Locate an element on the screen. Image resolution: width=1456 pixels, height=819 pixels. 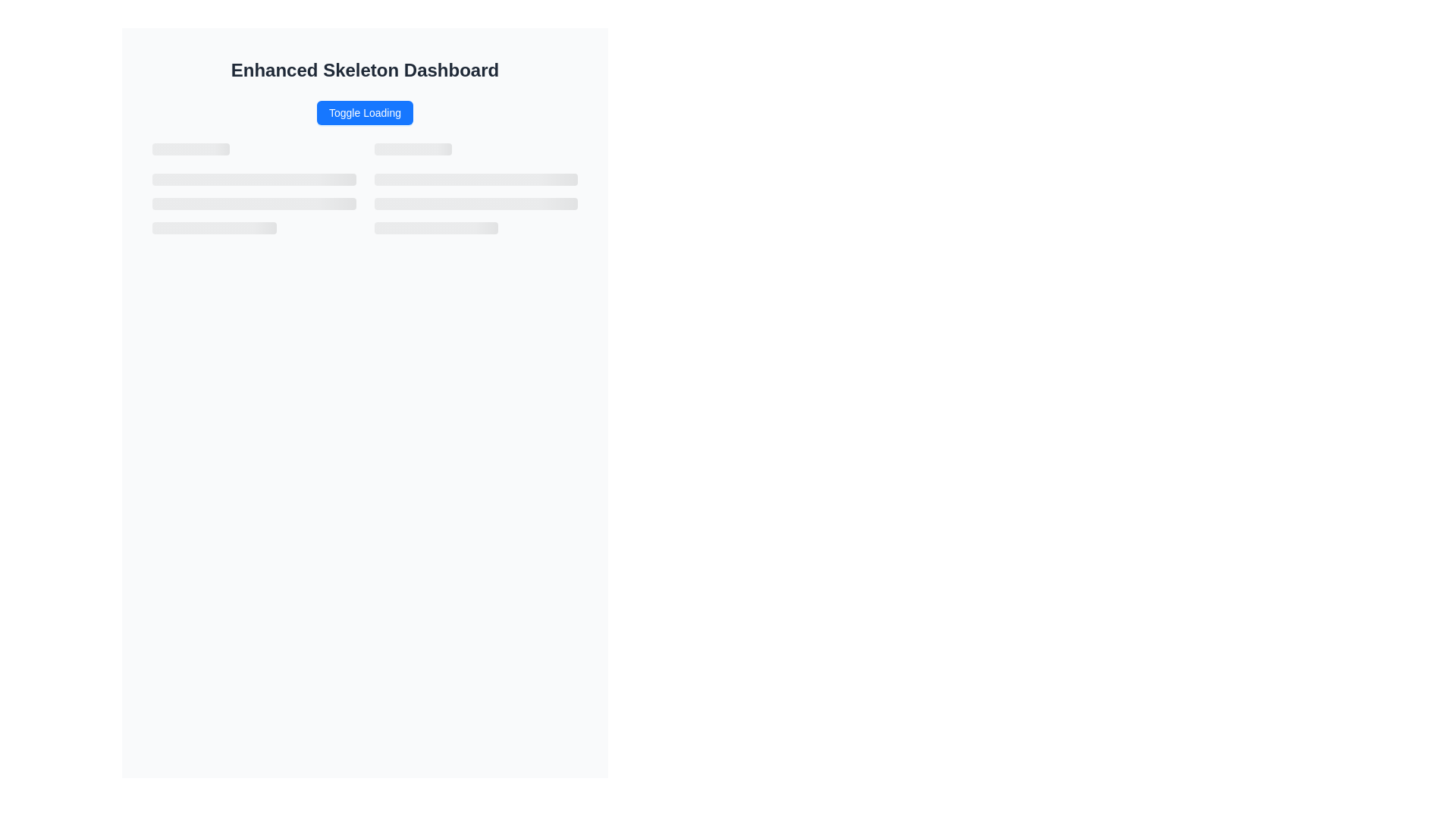
the loading animation of the second skeleton loader placeholder, which is a gray rectangular block structure positioned in the second column of the grid layout is located at coordinates (475, 188).